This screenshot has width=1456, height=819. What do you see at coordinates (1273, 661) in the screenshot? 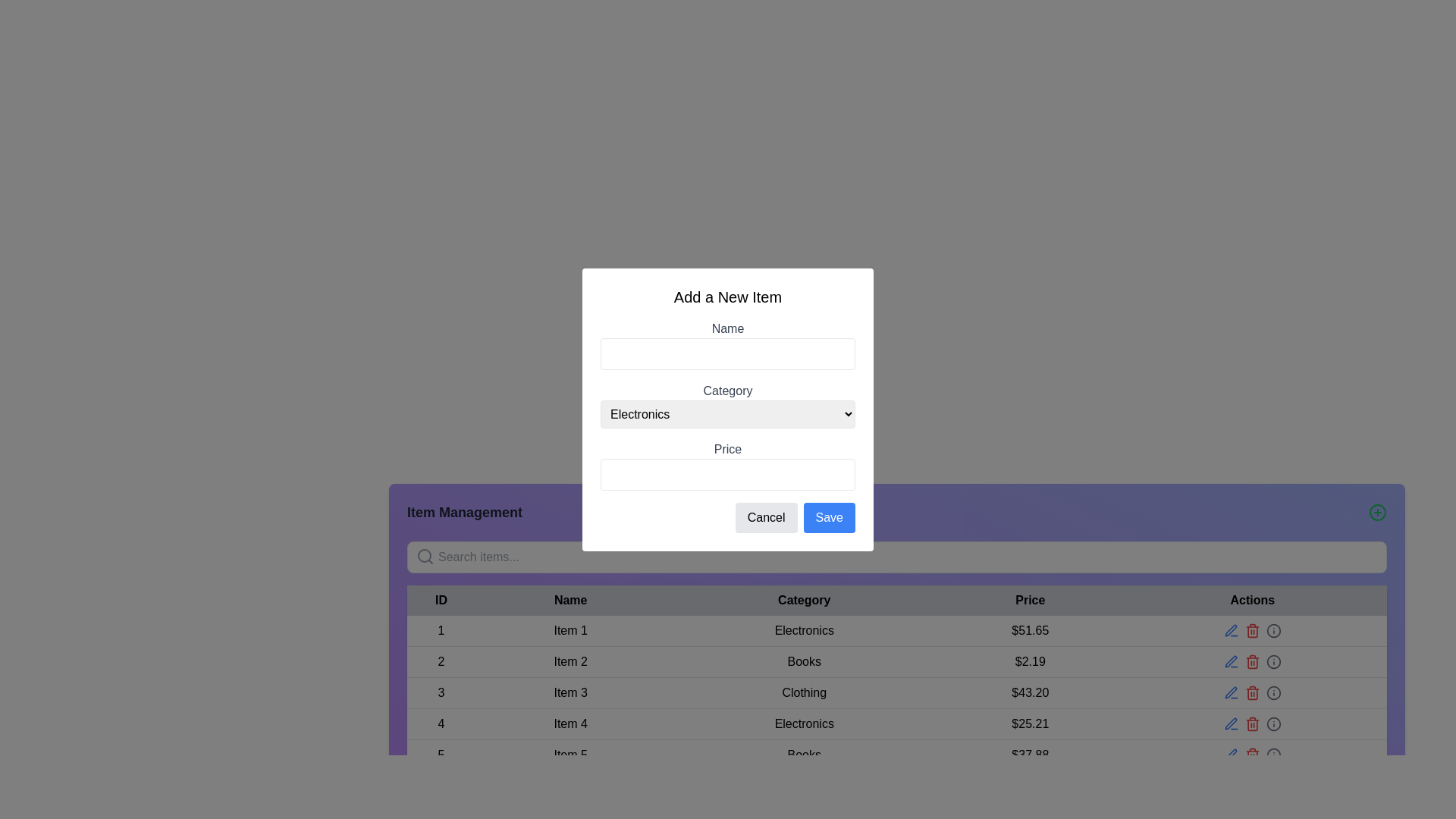
I see `the circular icon button located in the 'Actions' column of the data table for the second item in the list` at bounding box center [1273, 661].